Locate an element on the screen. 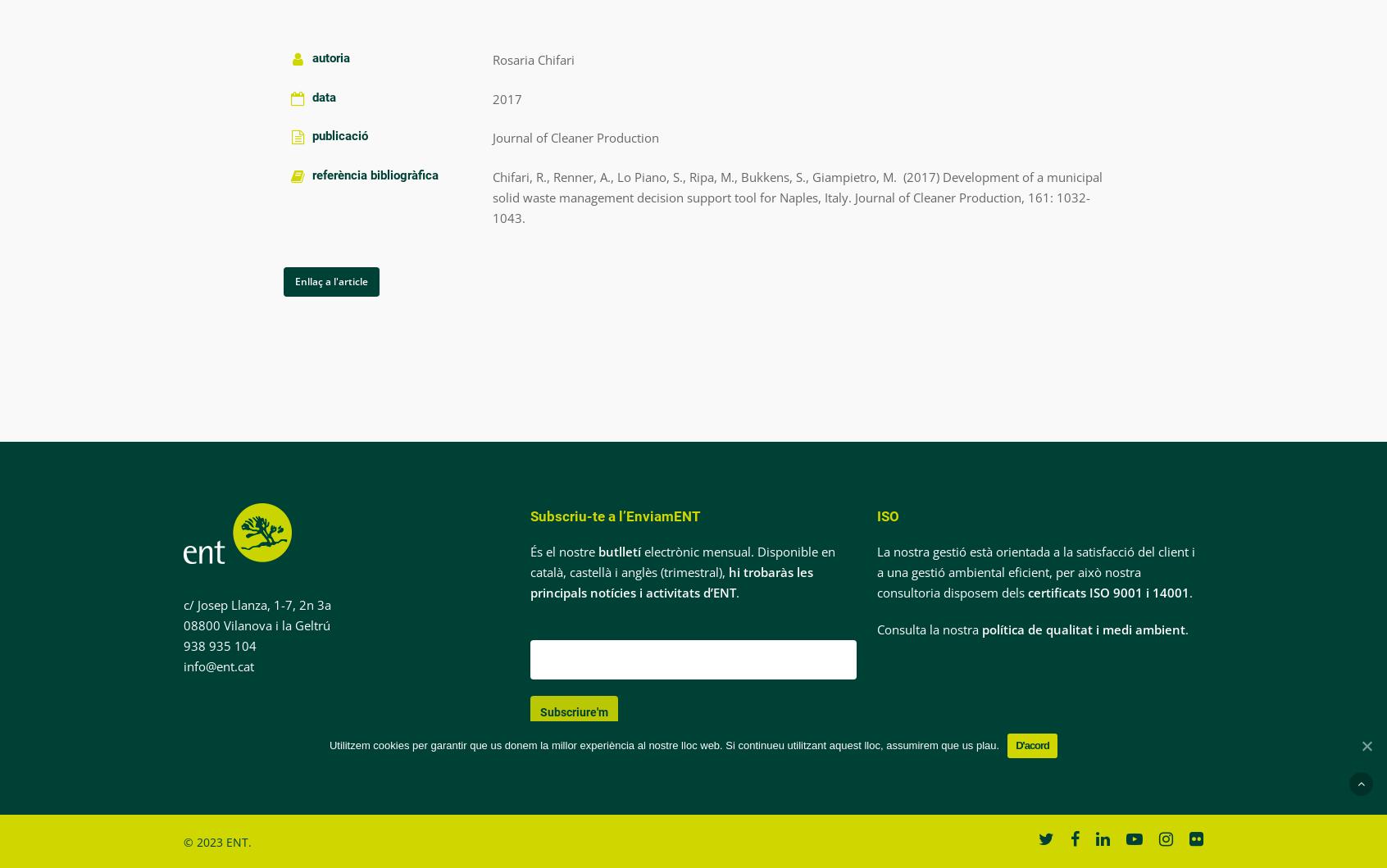 Image resolution: width=1387 pixels, height=868 pixels. 'data' is located at coordinates (324, 95).